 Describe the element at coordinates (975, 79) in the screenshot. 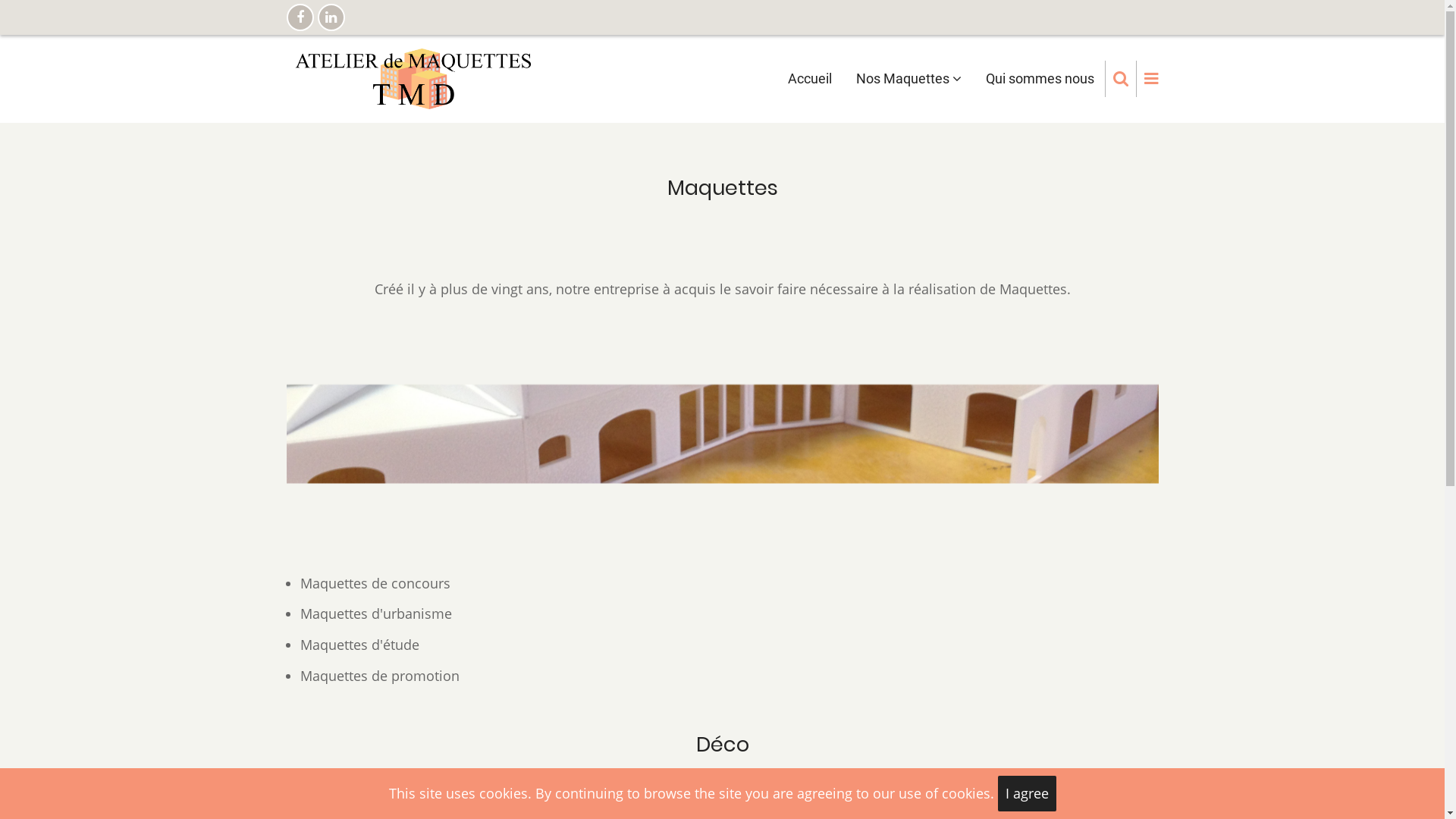

I see `'Qui sommes nous'` at that location.